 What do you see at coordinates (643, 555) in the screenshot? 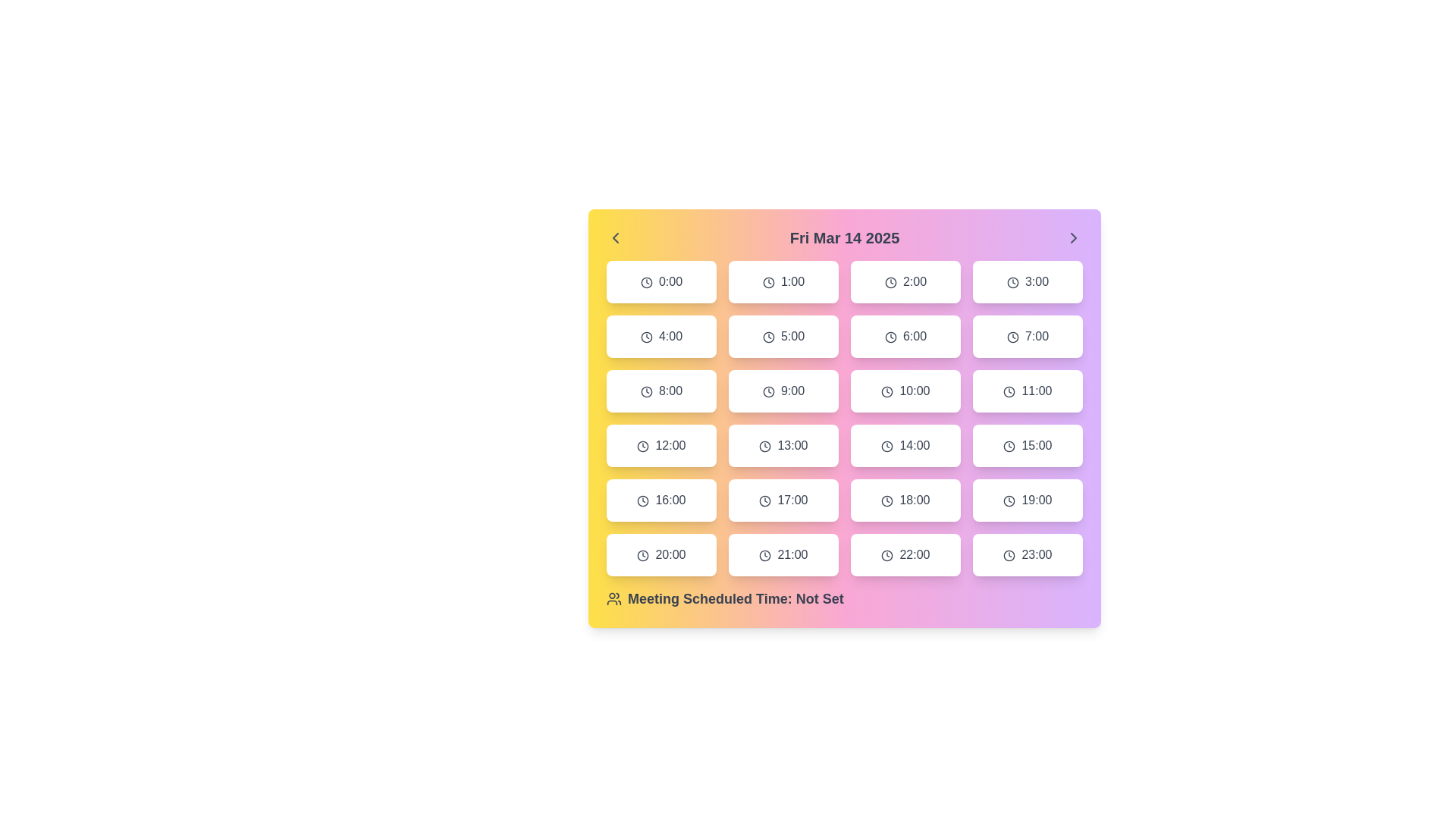
I see `the SVG circle located inside the clock icon associated with the '20:00' time entry in the bottom-left corner of the grid component` at bounding box center [643, 555].